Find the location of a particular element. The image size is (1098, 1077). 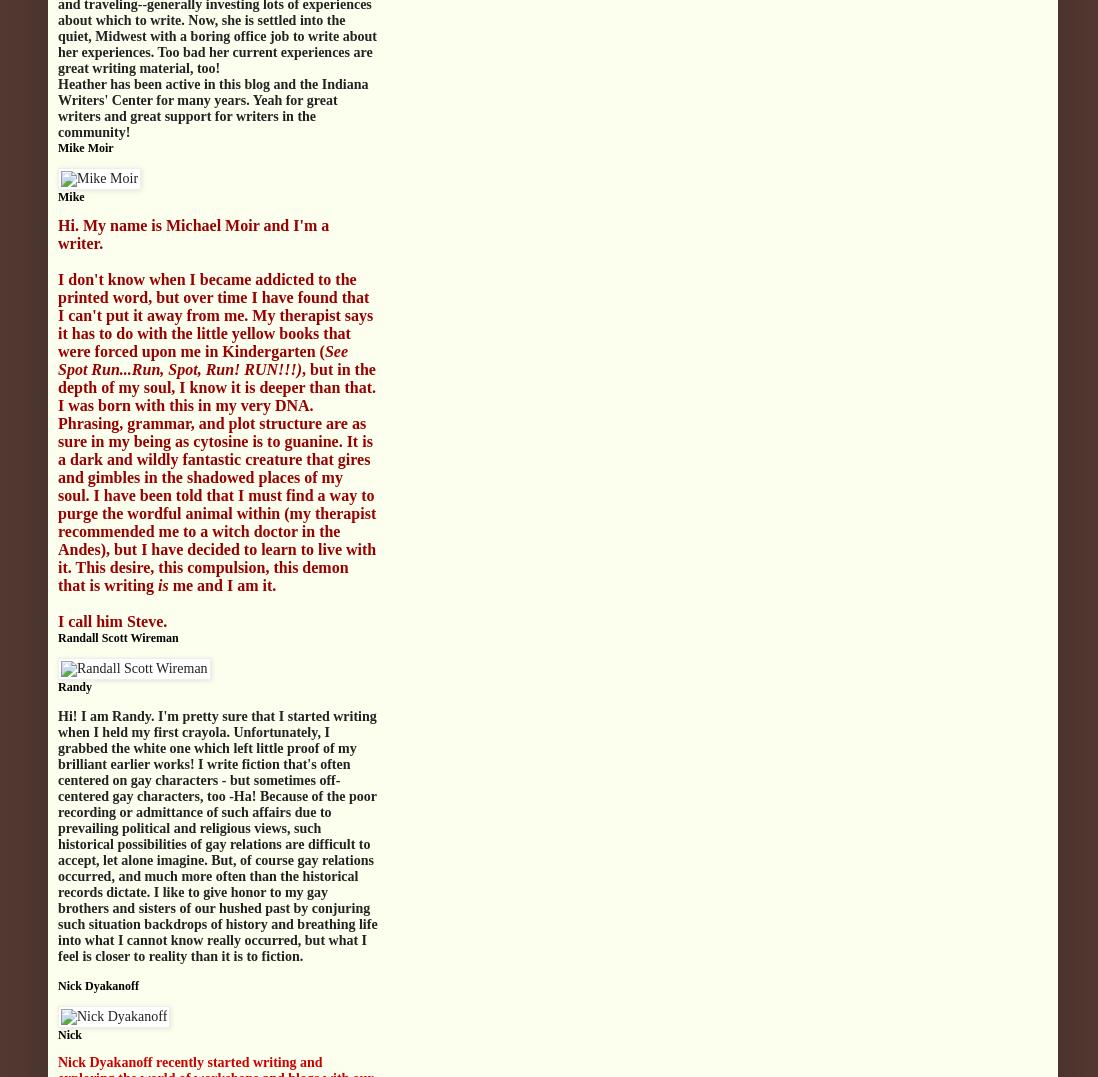

'Hi. My name is Michael Moir and I'm a writer.' is located at coordinates (192, 233).